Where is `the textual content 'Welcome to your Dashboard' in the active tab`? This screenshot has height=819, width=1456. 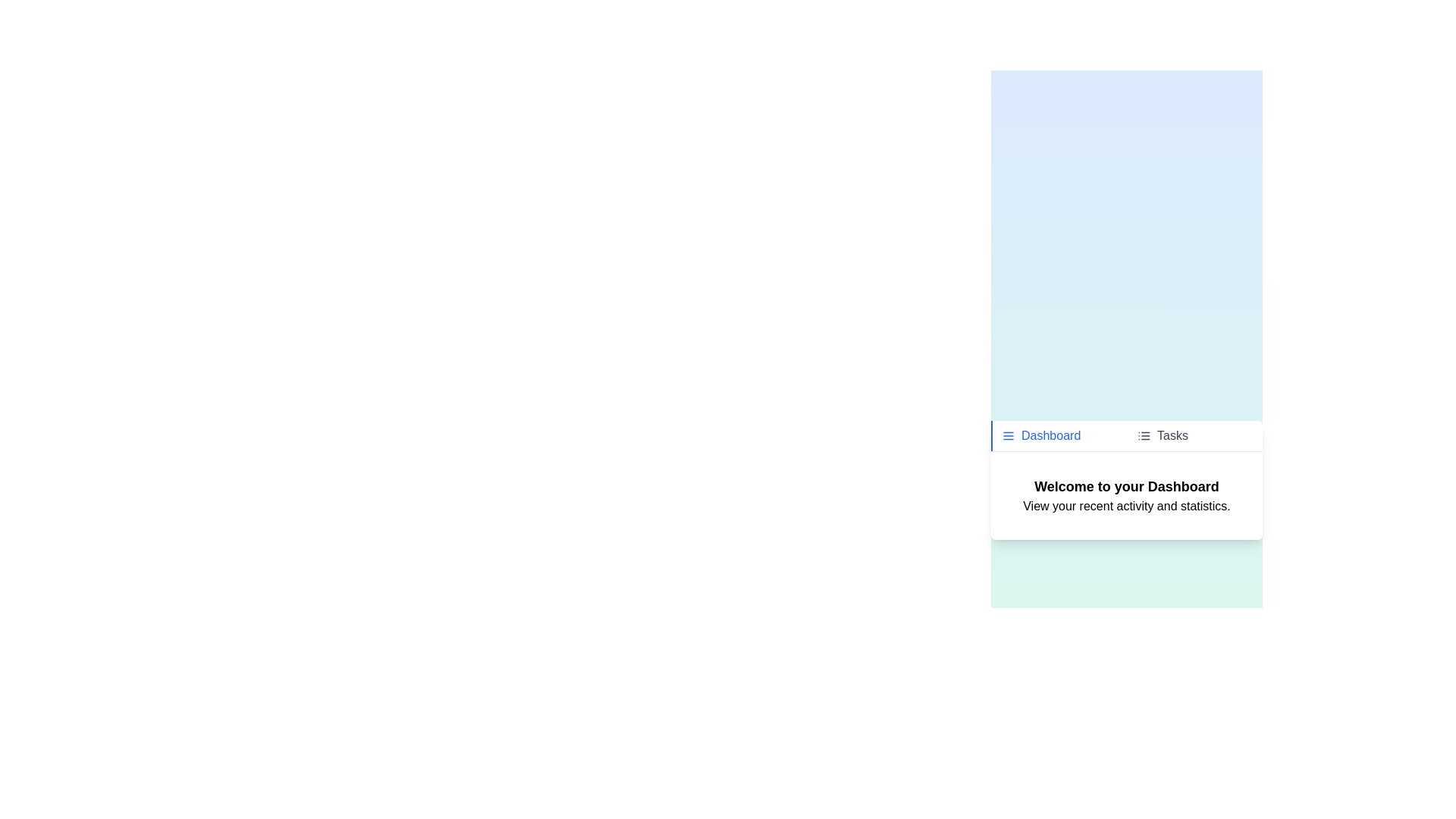
the textual content 'Welcome to your Dashboard' in the active tab is located at coordinates (1127, 486).